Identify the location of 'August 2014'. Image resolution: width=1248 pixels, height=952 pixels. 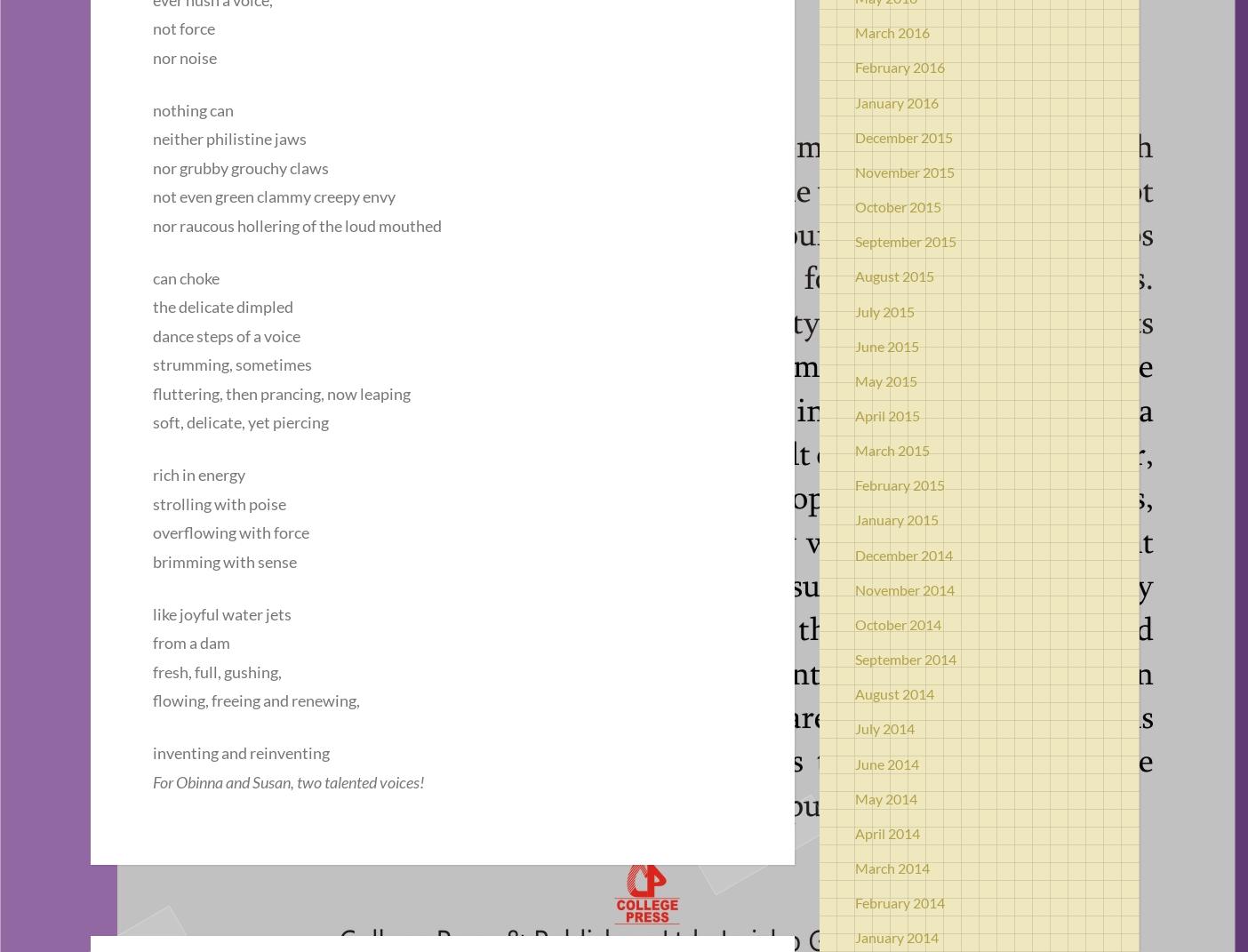
(894, 692).